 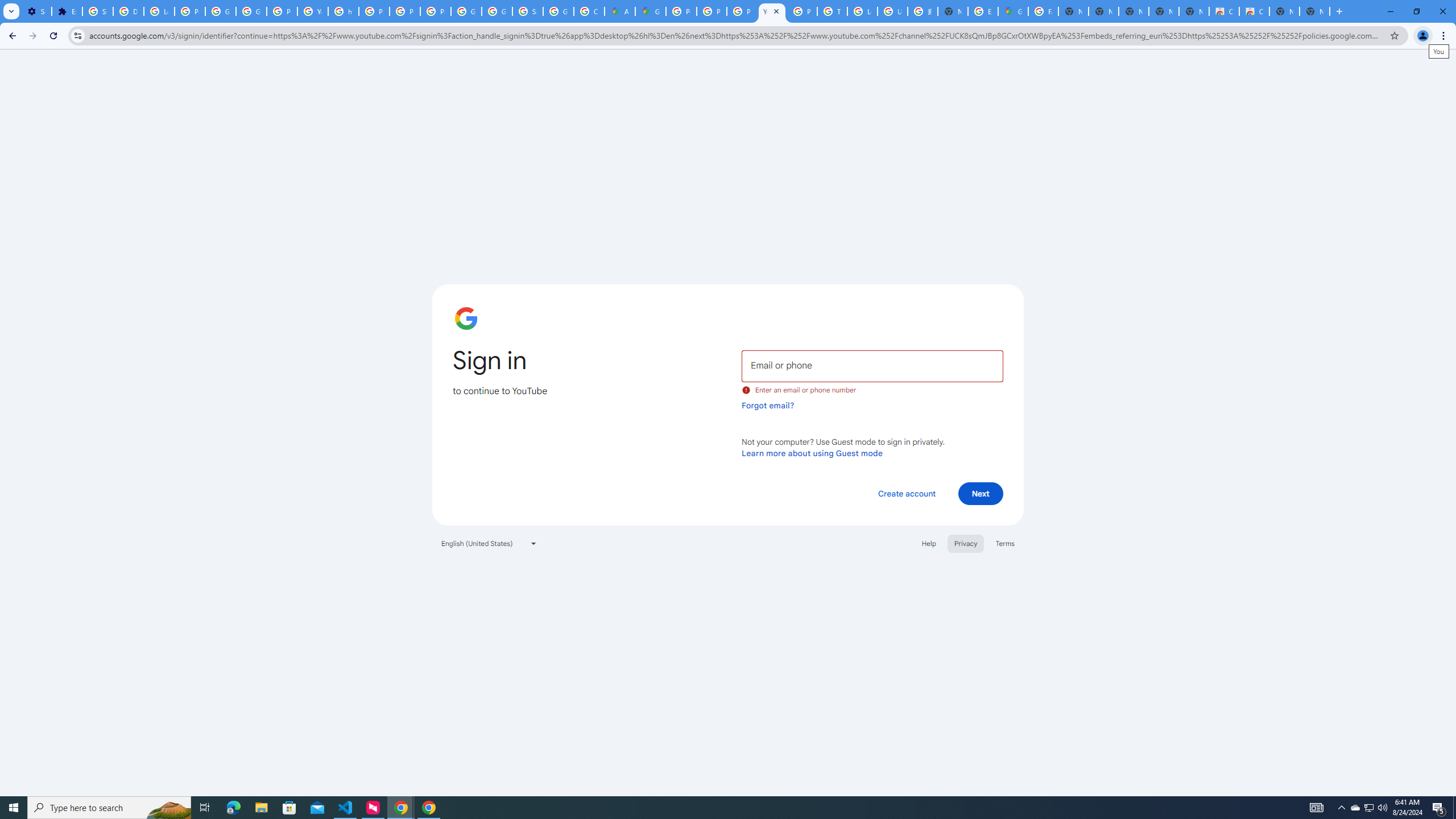 I want to click on 'Google Account Help', so click(x=221, y=11).